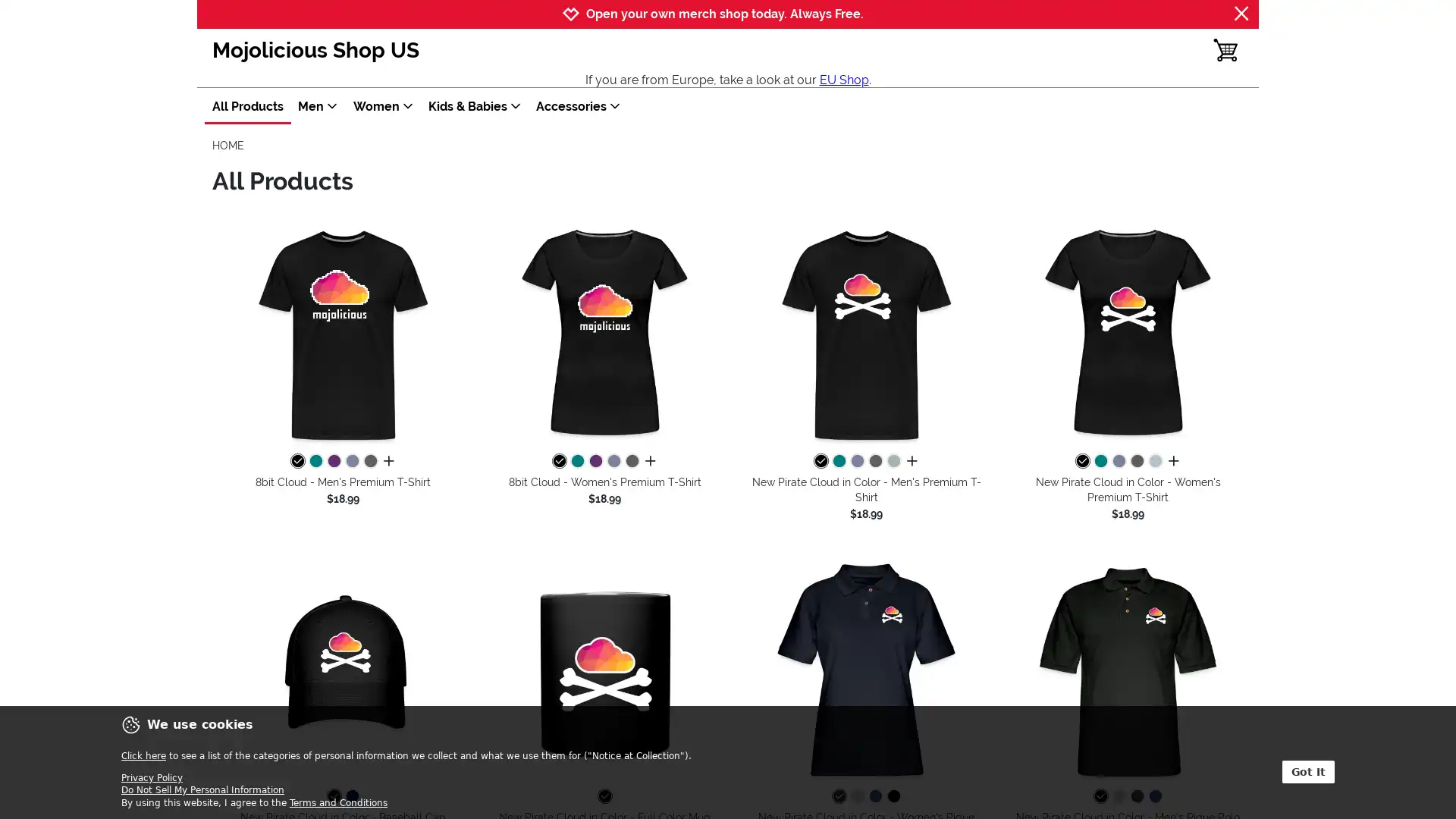 The width and height of the screenshot is (1456, 819). Describe the element at coordinates (342, 333) in the screenshot. I see `8bit Cloud - Men's Premium T-Shirt` at that location.